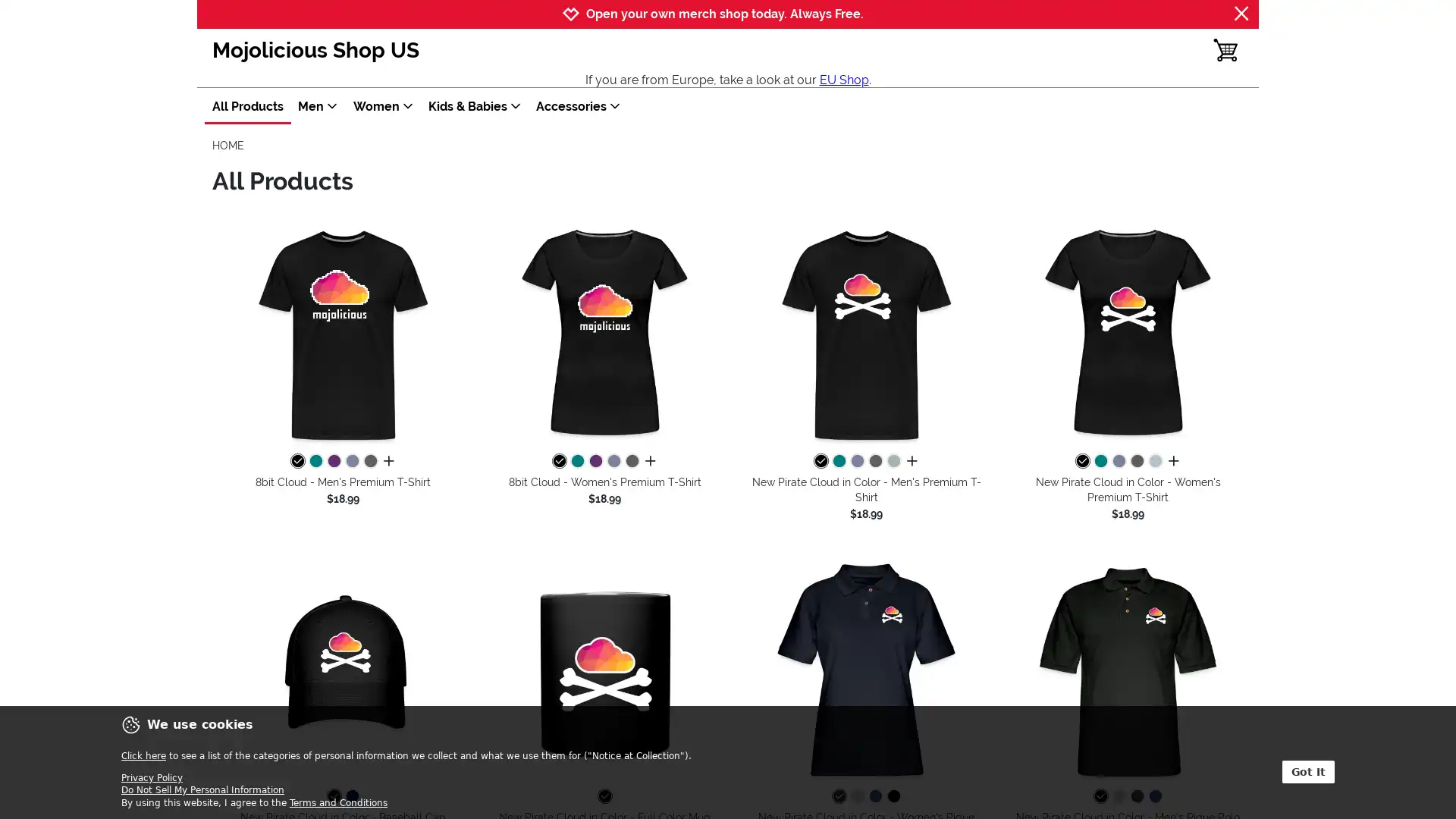 The width and height of the screenshot is (1456, 819). Describe the element at coordinates (342, 333) in the screenshot. I see `8bit Cloud - Men's Premium T-Shirt` at that location.